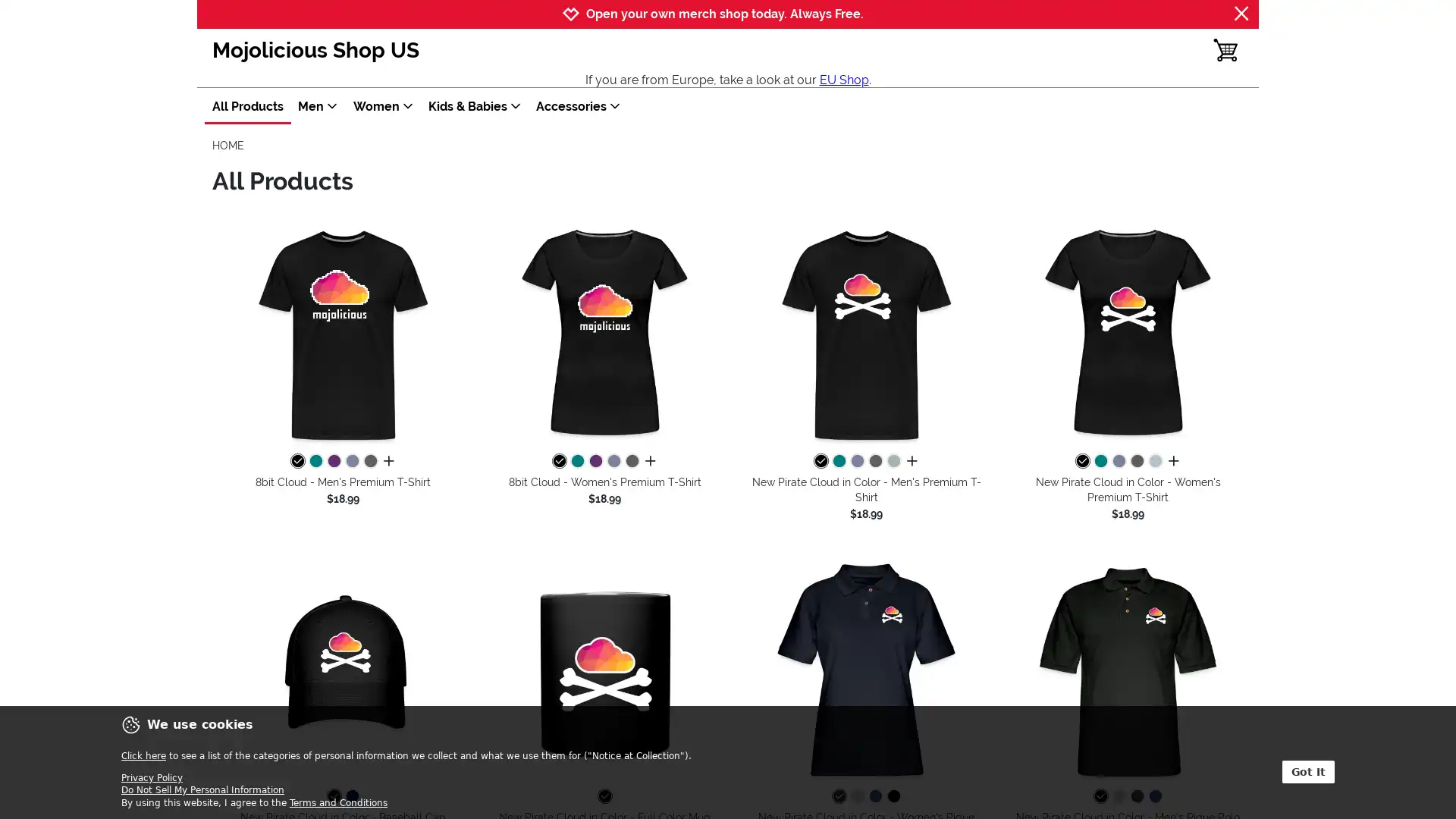 The width and height of the screenshot is (1456, 819). Describe the element at coordinates (342, 333) in the screenshot. I see `8bit Cloud - Men's Premium T-Shirt` at that location.